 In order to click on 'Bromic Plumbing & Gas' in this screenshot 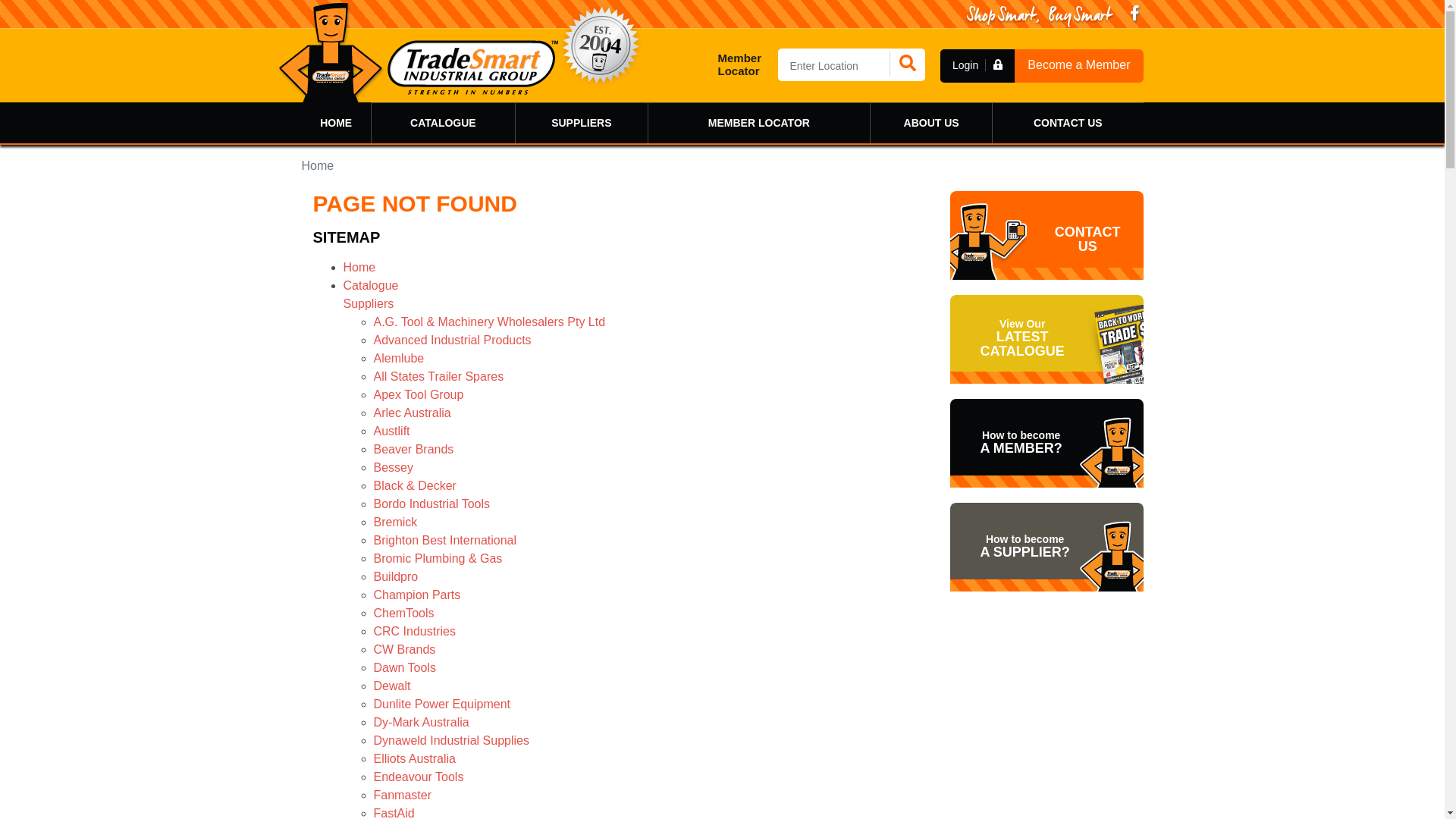, I will do `click(436, 558)`.